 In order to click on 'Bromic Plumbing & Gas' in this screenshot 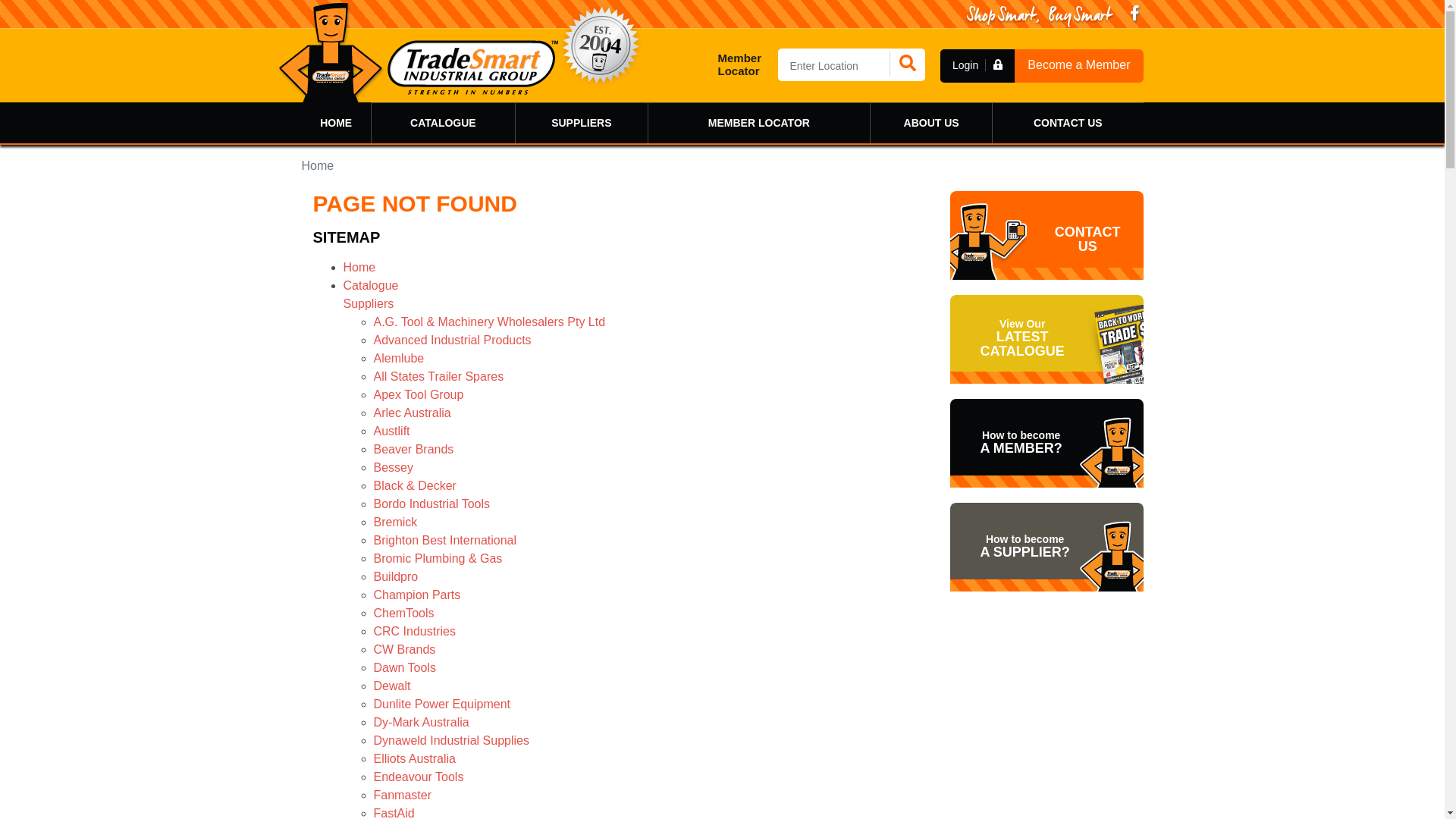, I will do `click(436, 558)`.